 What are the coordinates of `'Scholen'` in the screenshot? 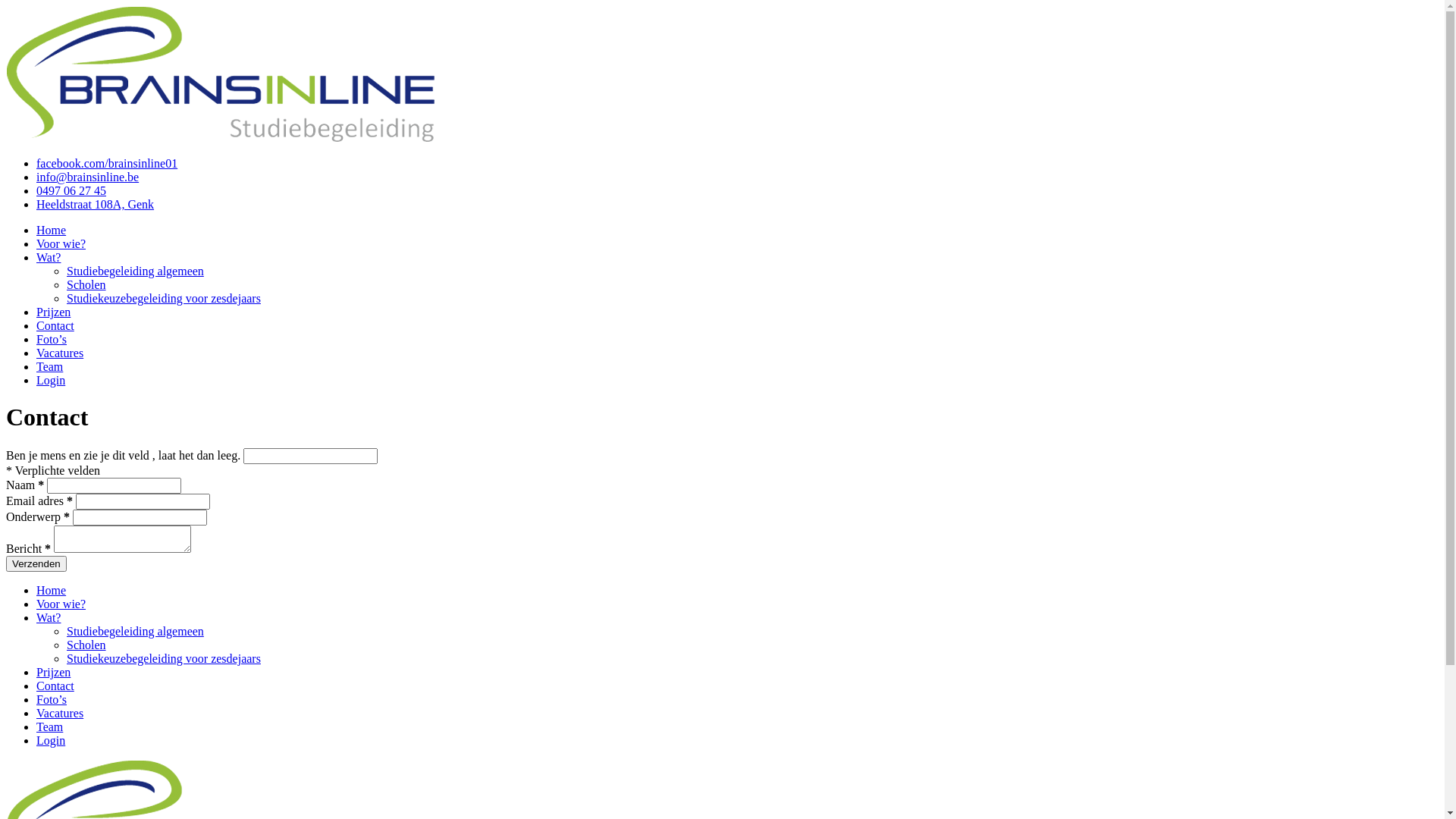 It's located at (86, 645).